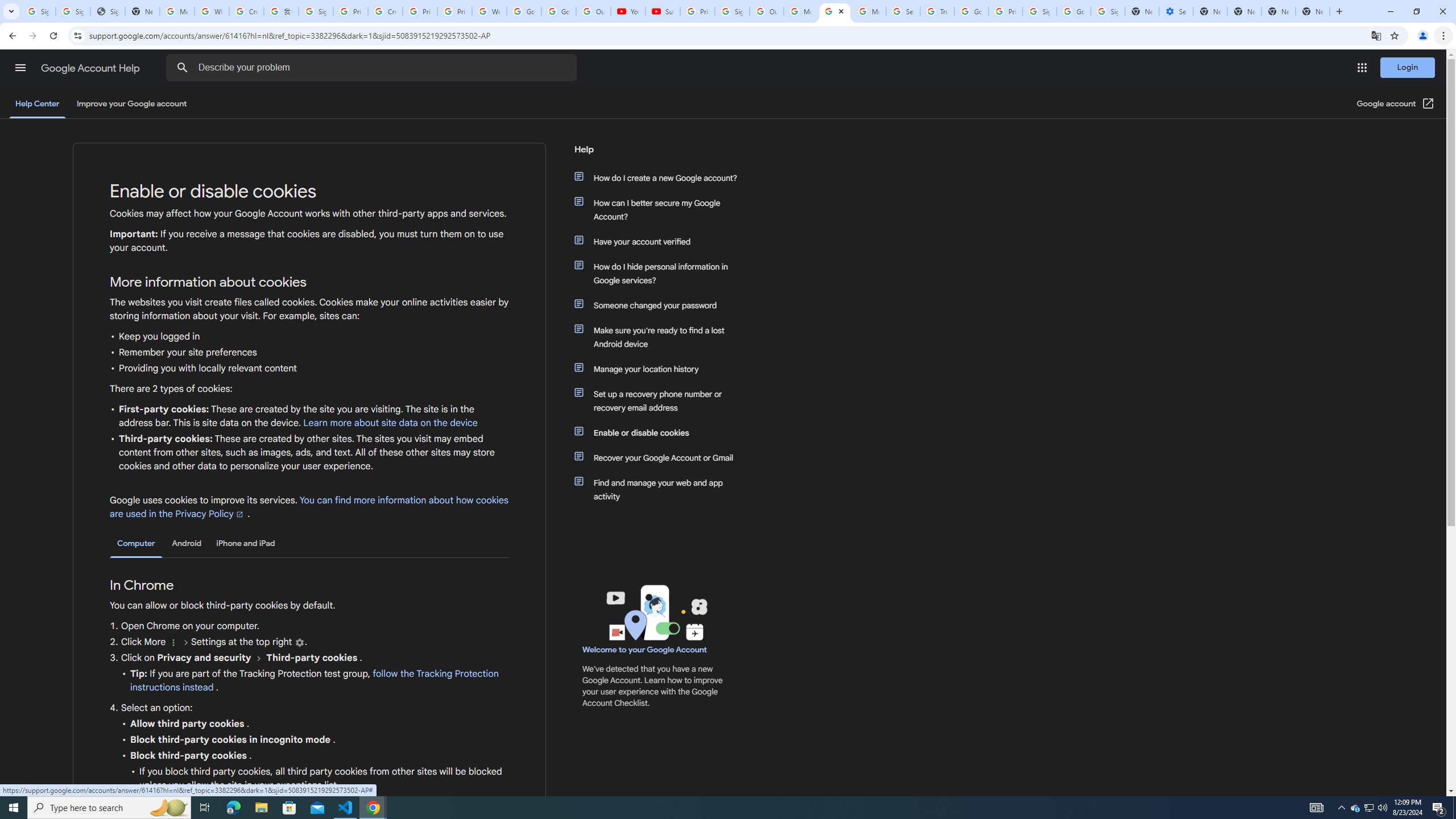 The image size is (1456, 819). Describe the element at coordinates (661, 400) in the screenshot. I see `'Set up a recovery phone number or recovery email address'` at that location.